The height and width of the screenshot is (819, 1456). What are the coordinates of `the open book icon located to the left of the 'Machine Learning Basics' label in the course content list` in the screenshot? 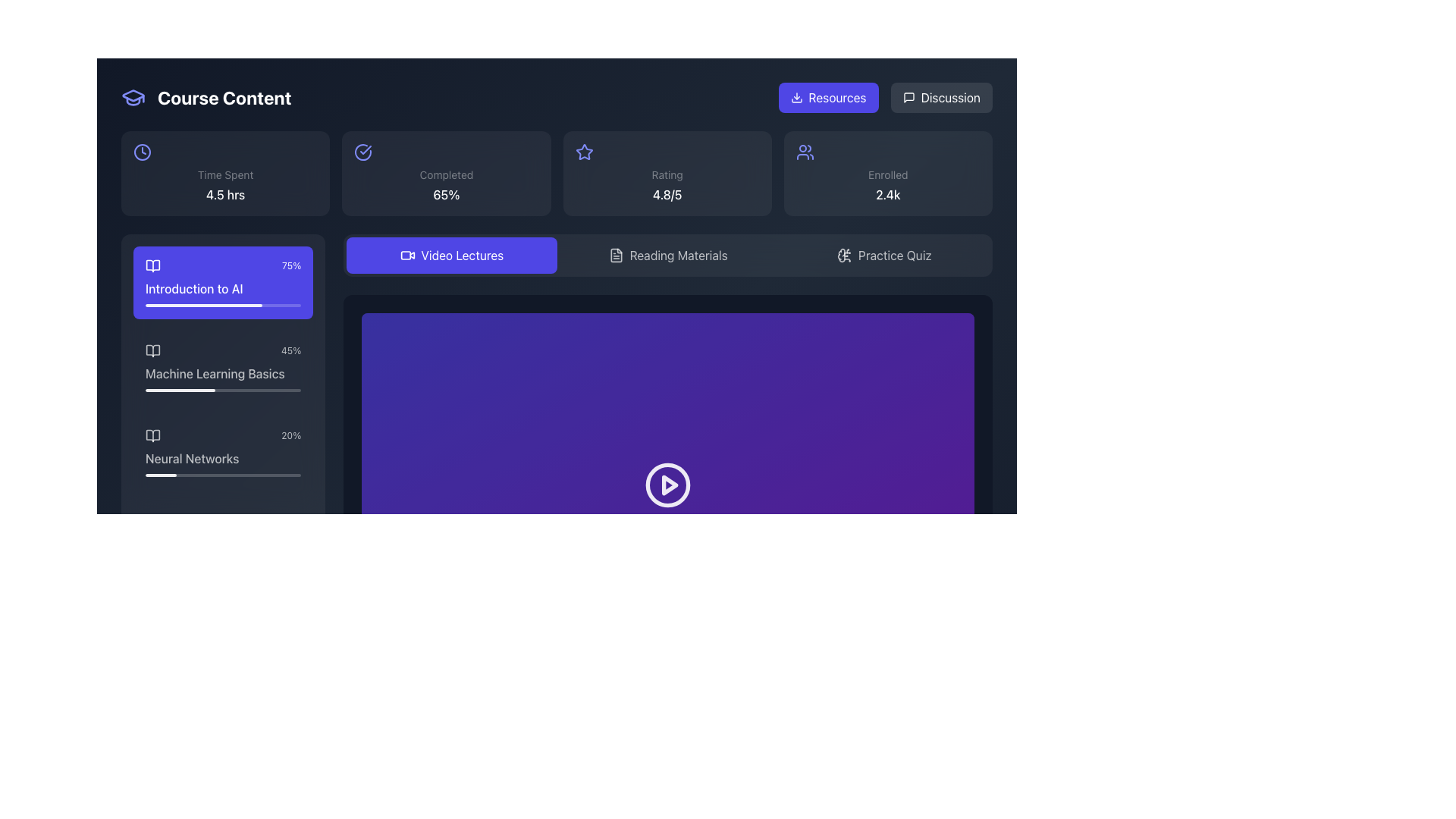 It's located at (152, 350).